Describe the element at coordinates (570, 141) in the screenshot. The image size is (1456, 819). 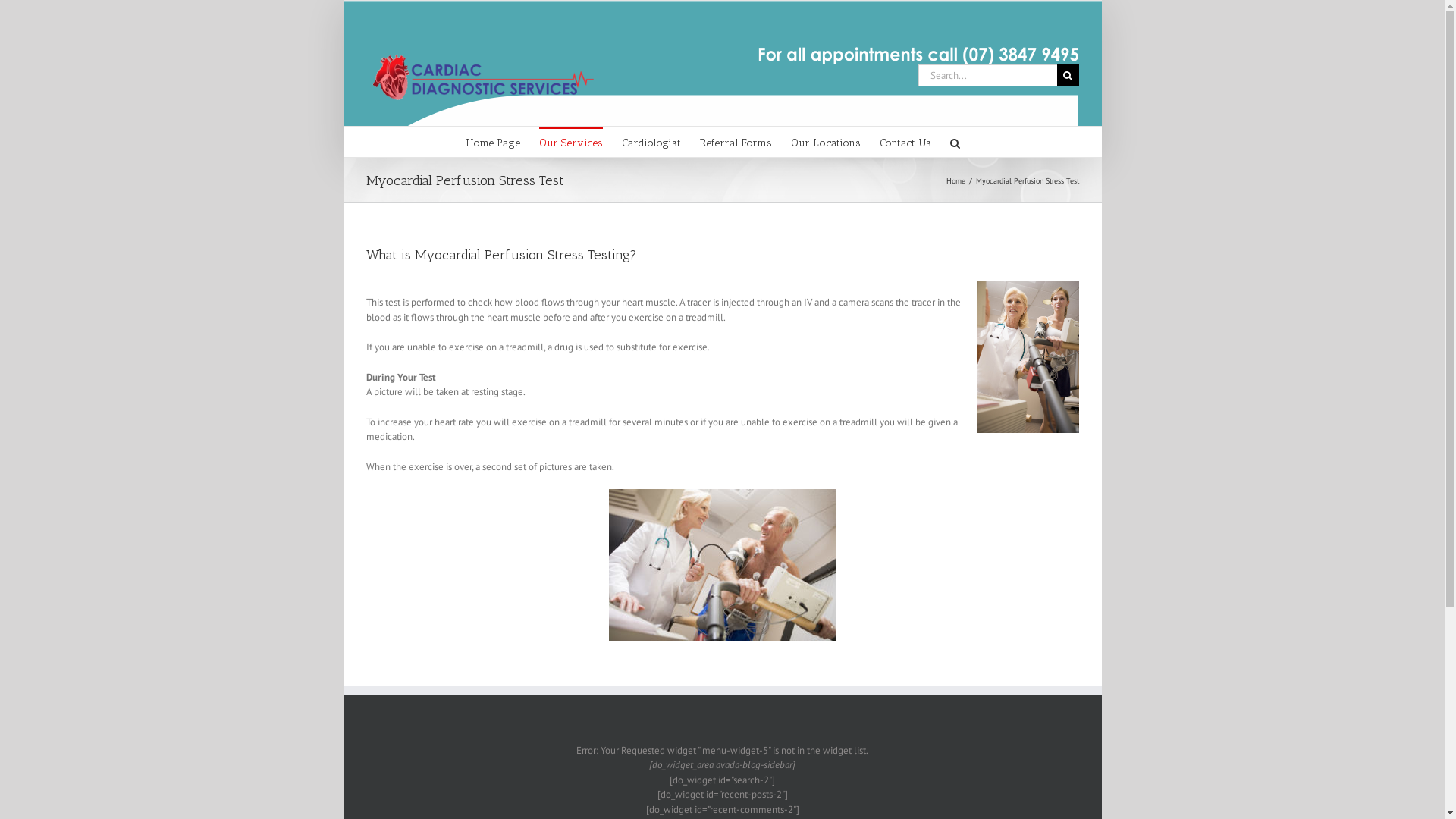
I see `'Our Services'` at that location.